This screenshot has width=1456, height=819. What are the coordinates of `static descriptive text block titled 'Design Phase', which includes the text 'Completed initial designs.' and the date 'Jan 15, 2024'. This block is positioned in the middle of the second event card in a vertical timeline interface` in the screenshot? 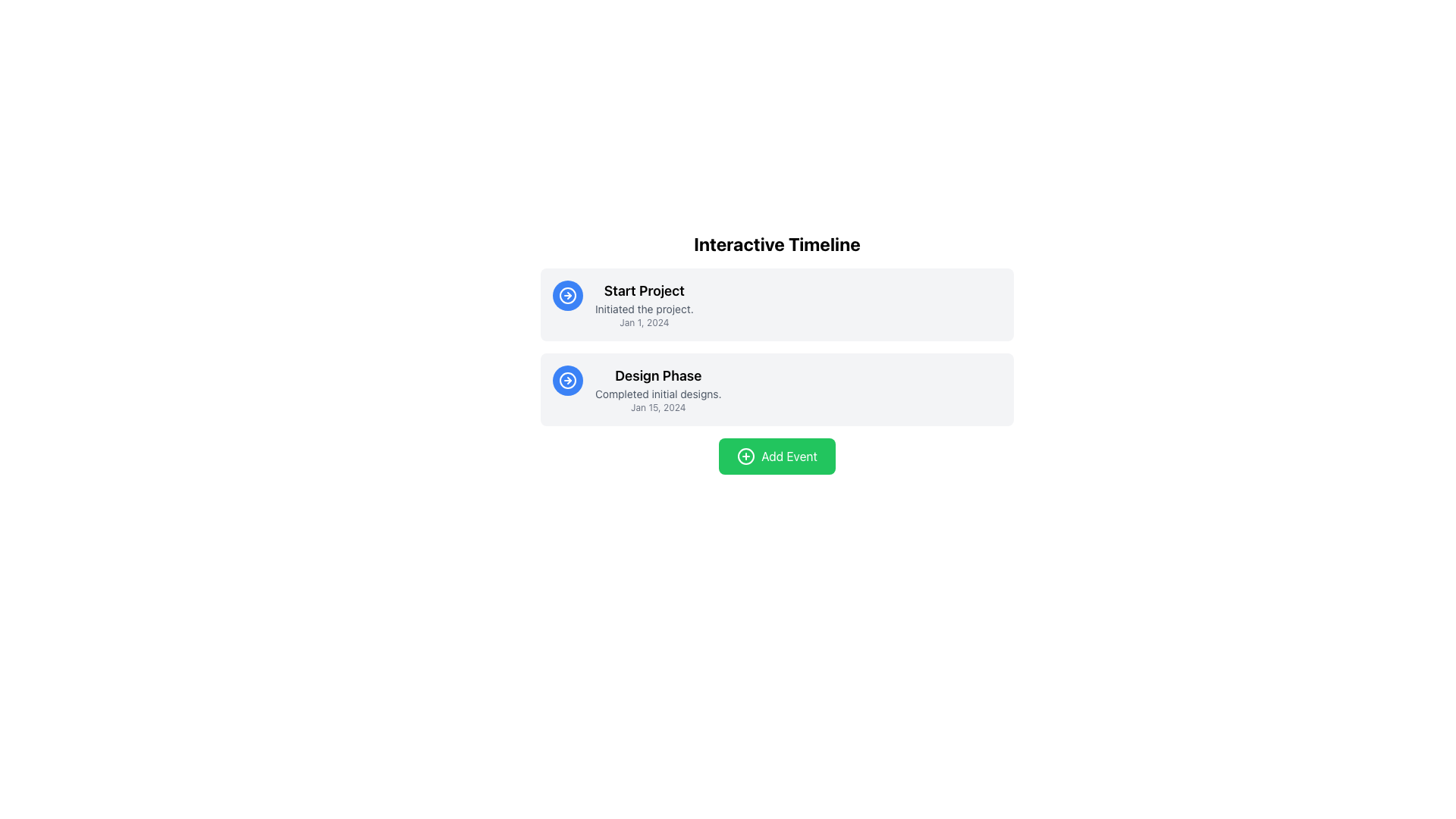 It's located at (658, 388).